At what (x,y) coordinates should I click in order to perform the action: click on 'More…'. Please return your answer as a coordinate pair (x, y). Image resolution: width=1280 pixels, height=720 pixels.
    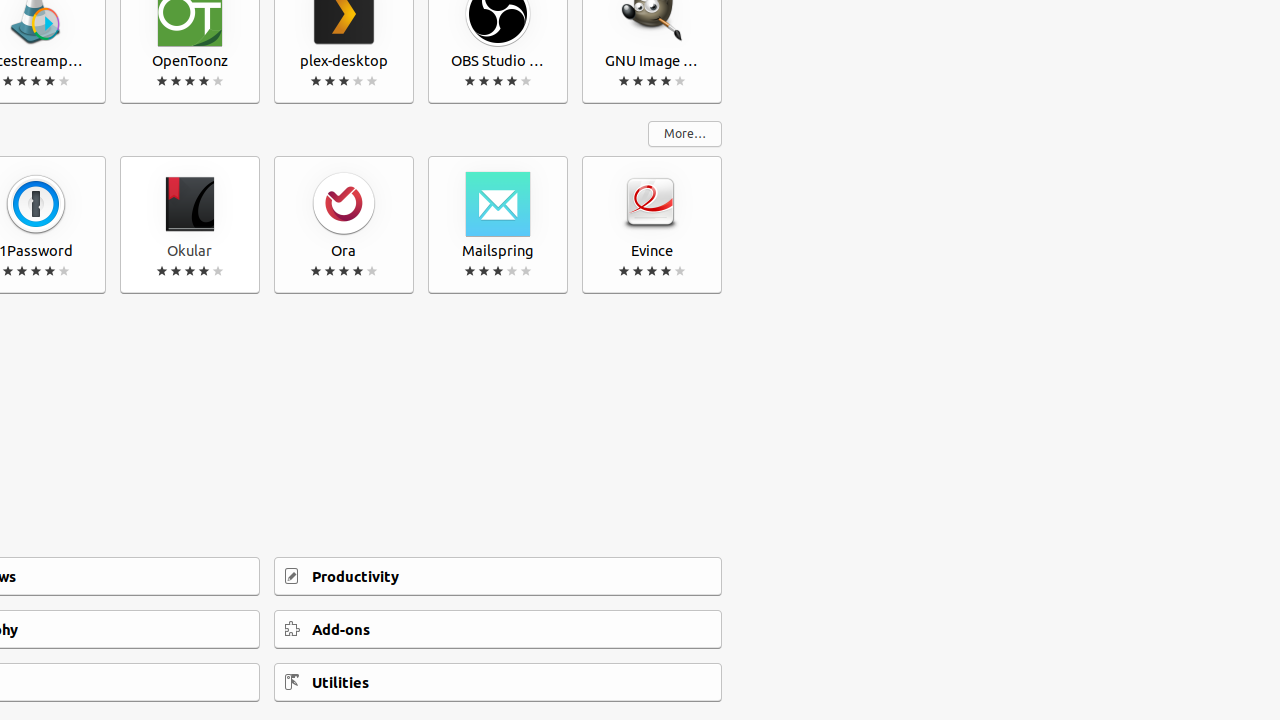
    Looking at the image, I should click on (685, 133).